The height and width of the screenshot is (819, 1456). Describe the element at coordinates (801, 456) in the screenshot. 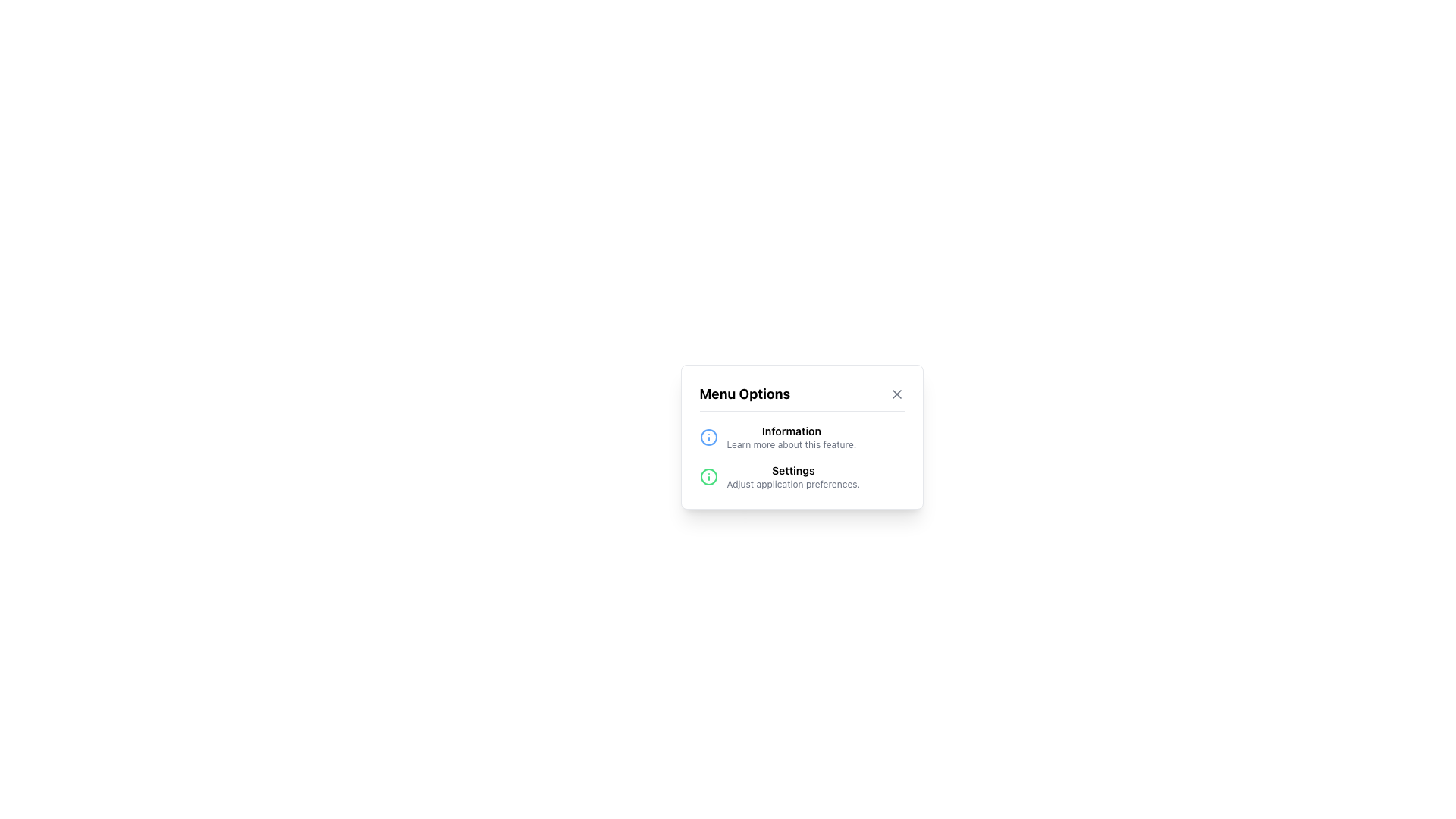

I see `the 'Adjust application preferences' option located within the Informational List in the 'Menu Options' modal` at that location.